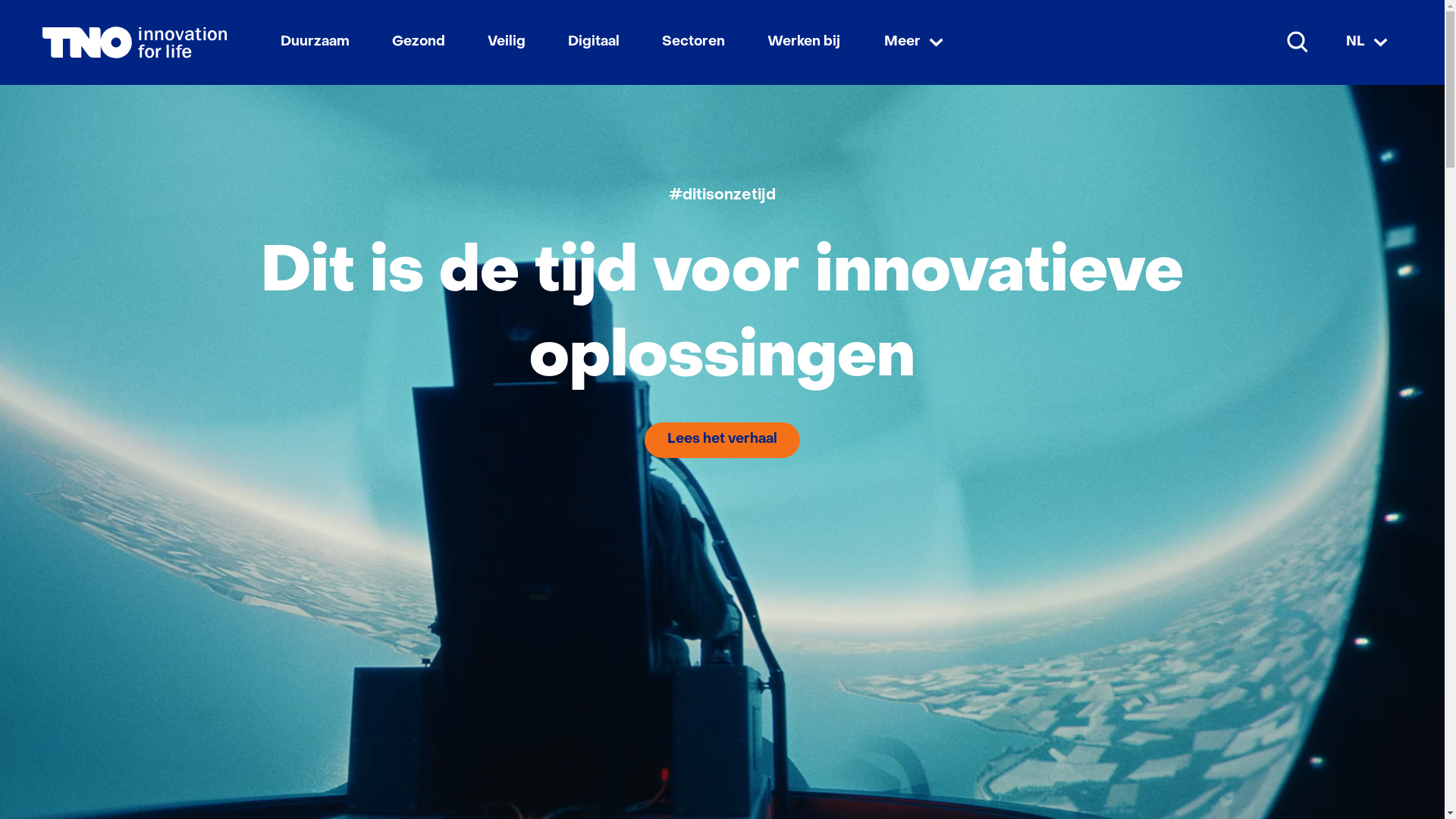  What do you see at coordinates (381, 42) in the screenshot?
I see `'Gezond'` at bounding box center [381, 42].